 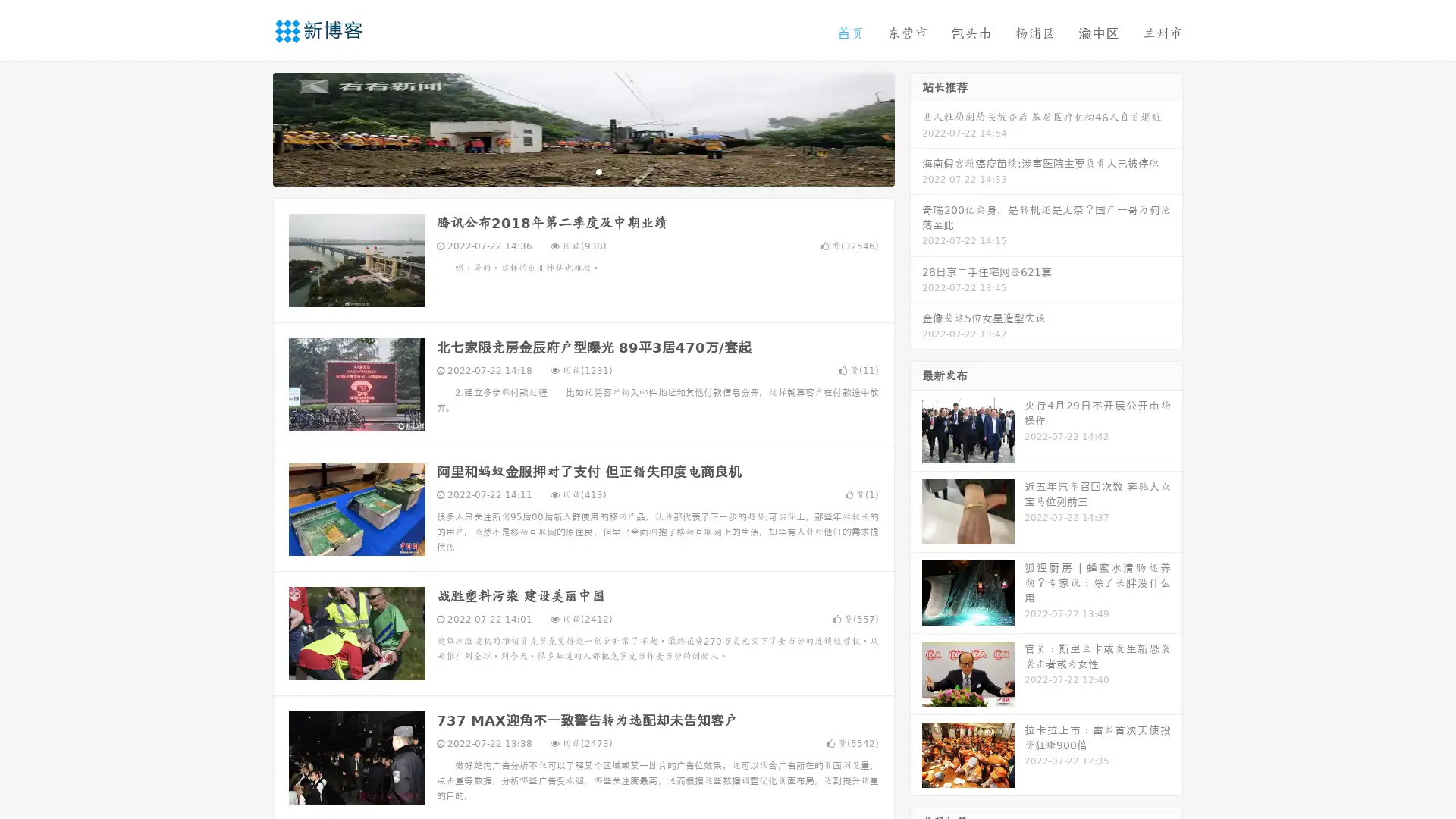 What do you see at coordinates (582, 171) in the screenshot?
I see `Go to slide 2` at bounding box center [582, 171].